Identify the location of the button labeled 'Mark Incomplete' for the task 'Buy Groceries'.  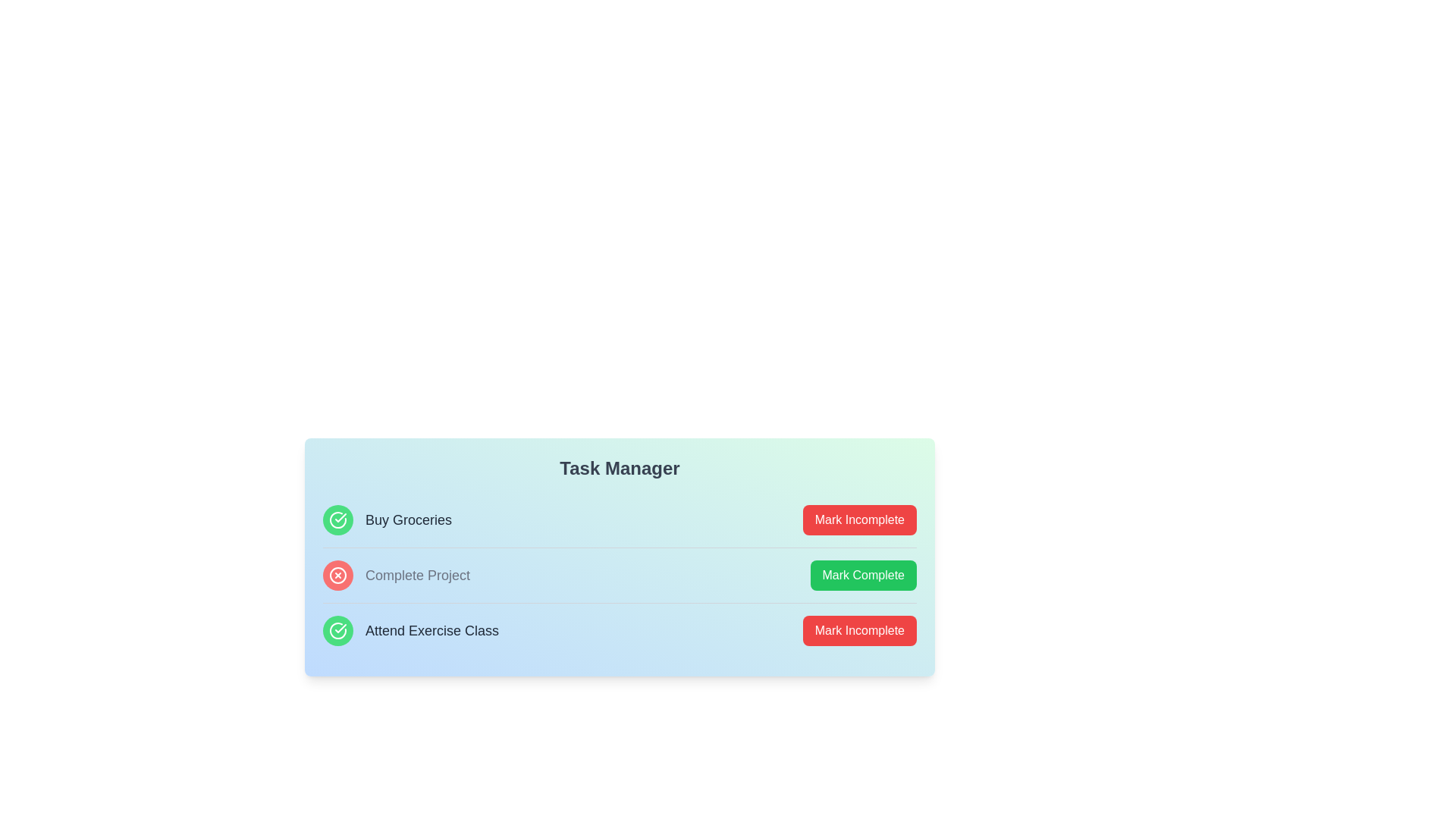
(859, 519).